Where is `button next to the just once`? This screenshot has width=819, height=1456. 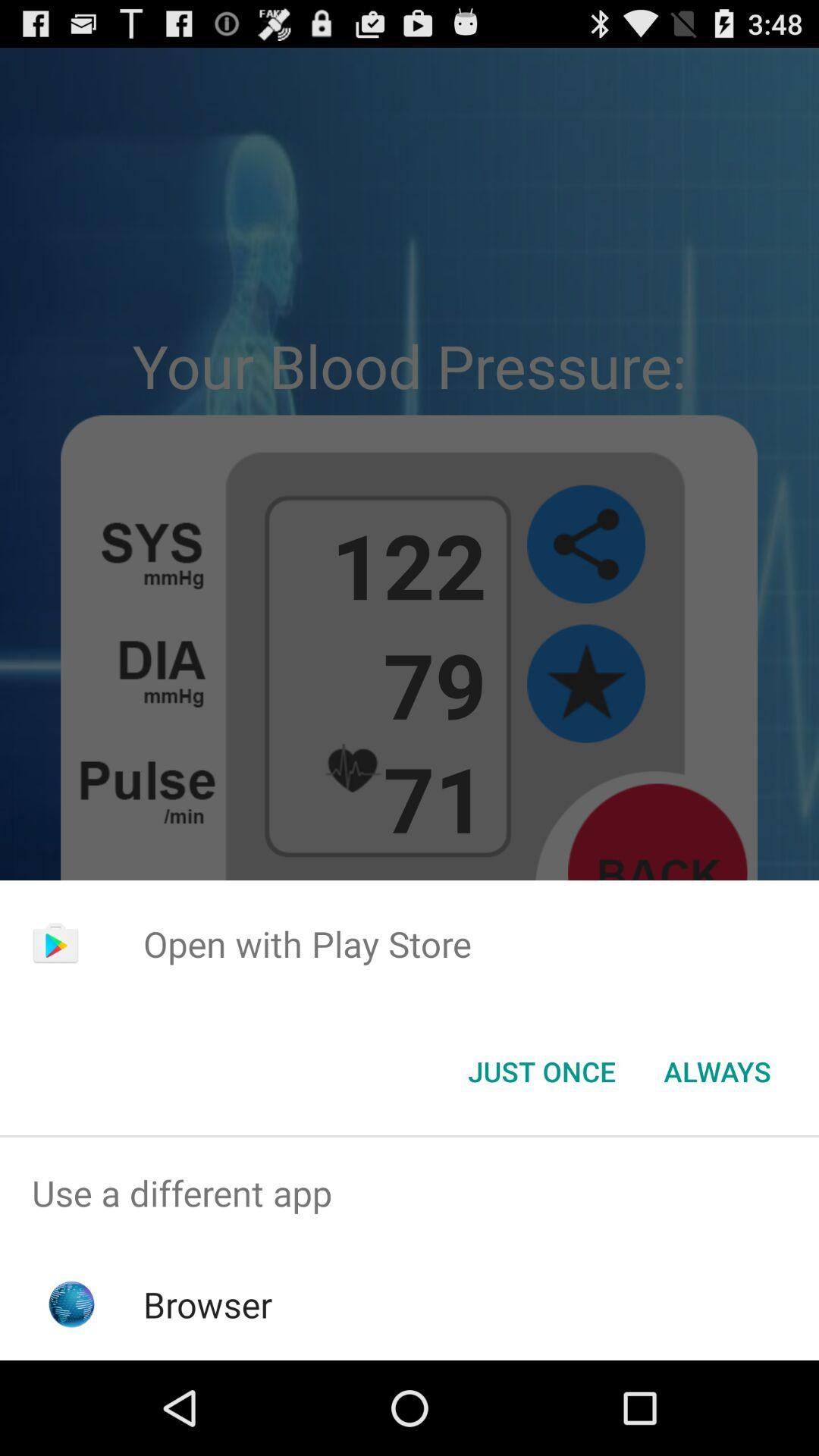
button next to the just once is located at coordinates (717, 1070).